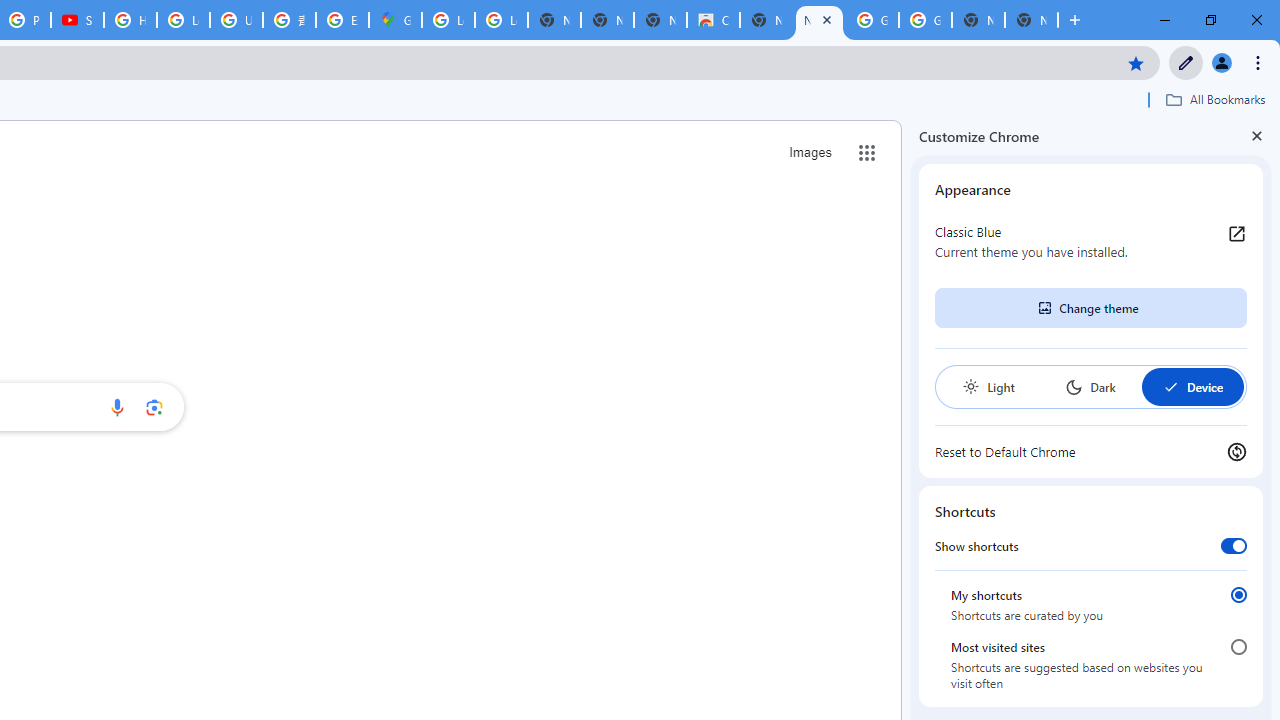 This screenshot has width=1280, height=720. Describe the element at coordinates (867, 152) in the screenshot. I see `'Google apps'` at that location.